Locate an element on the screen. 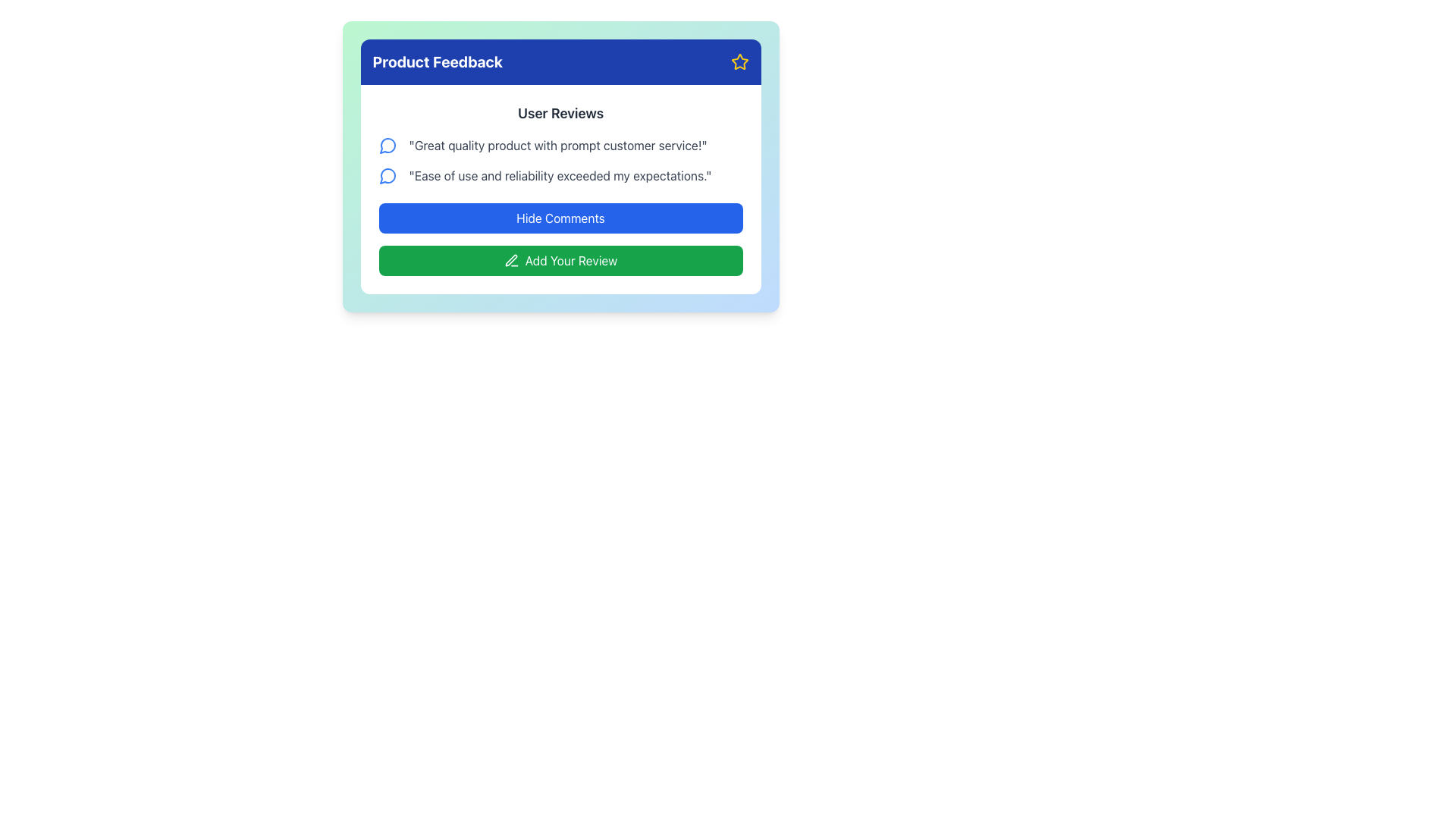 The width and height of the screenshot is (1456, 819). the text label on the green button that signifies the action to add a review, located within the 'Product Feedback' card is located at coordinates (570, 259).